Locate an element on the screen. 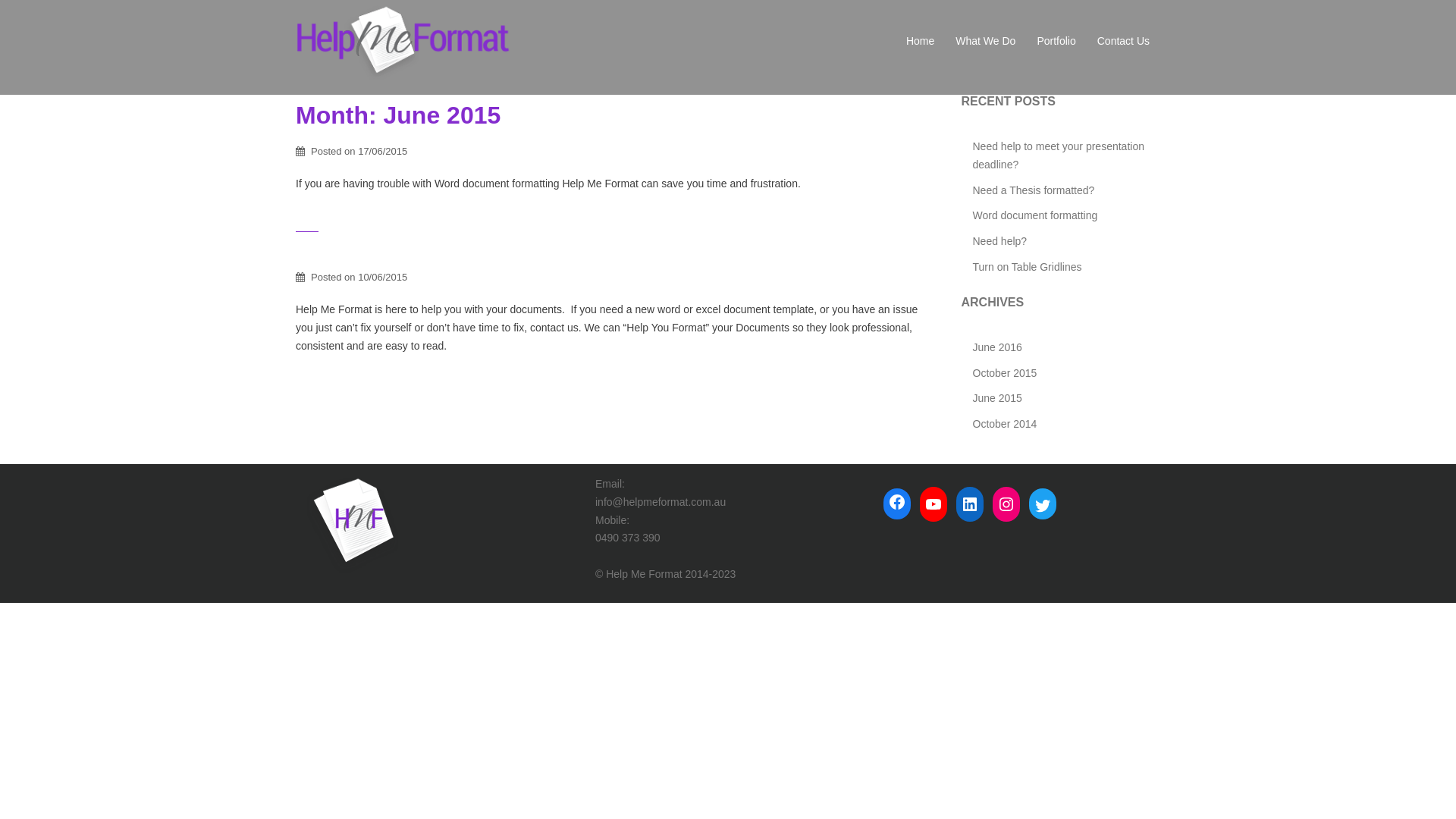 The height and width of the screenshot is (819, 1456). '17/06/2015' is located at coordinates (382, 151).